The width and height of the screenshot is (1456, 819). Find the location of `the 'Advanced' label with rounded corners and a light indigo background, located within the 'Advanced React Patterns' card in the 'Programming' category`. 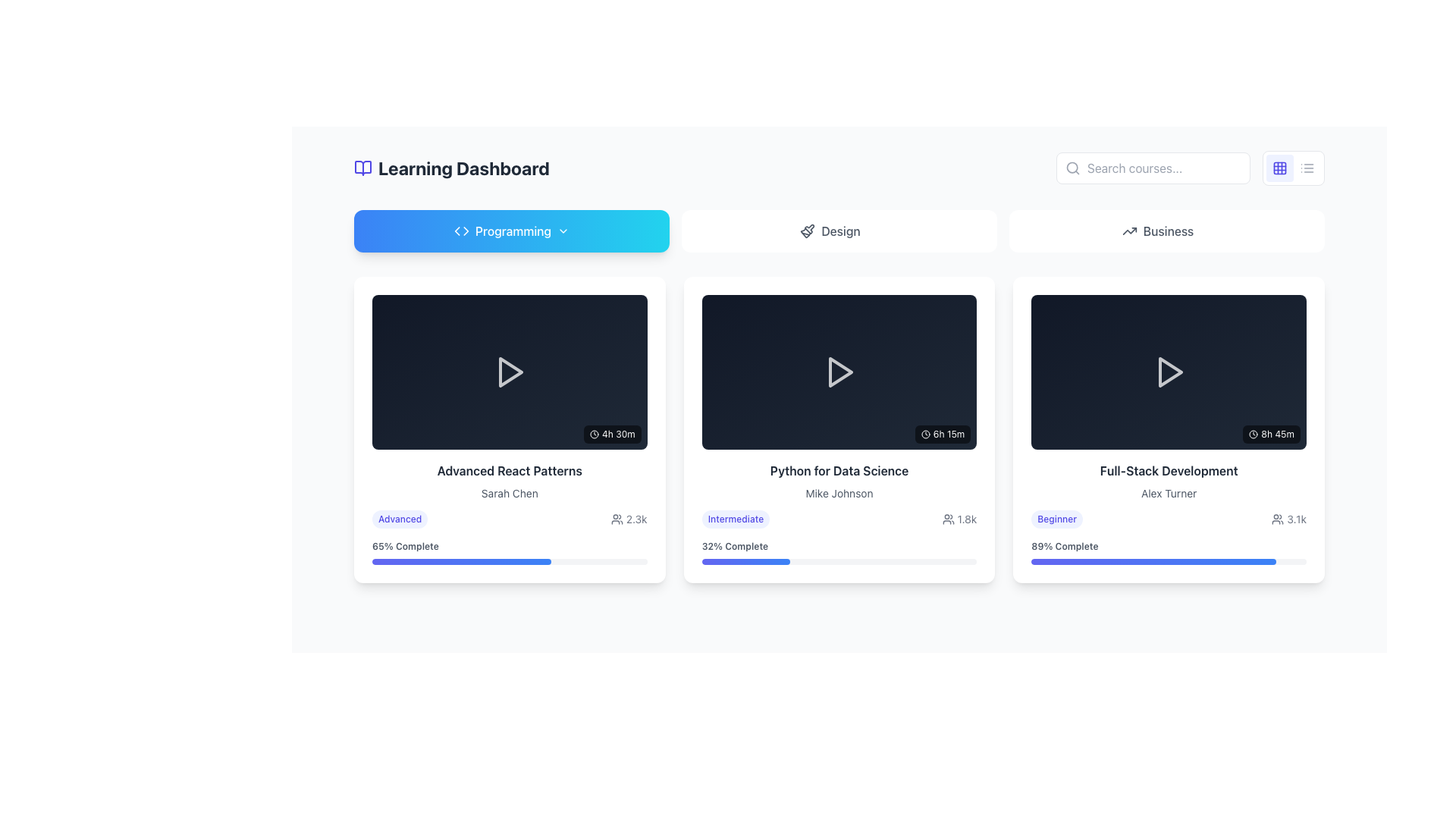

the 'Advanced' label with rounded corners and a light indigo background, located within the 'Advanced React Patterns' card in the 'Programming' category is located at coordinates (400, 518).